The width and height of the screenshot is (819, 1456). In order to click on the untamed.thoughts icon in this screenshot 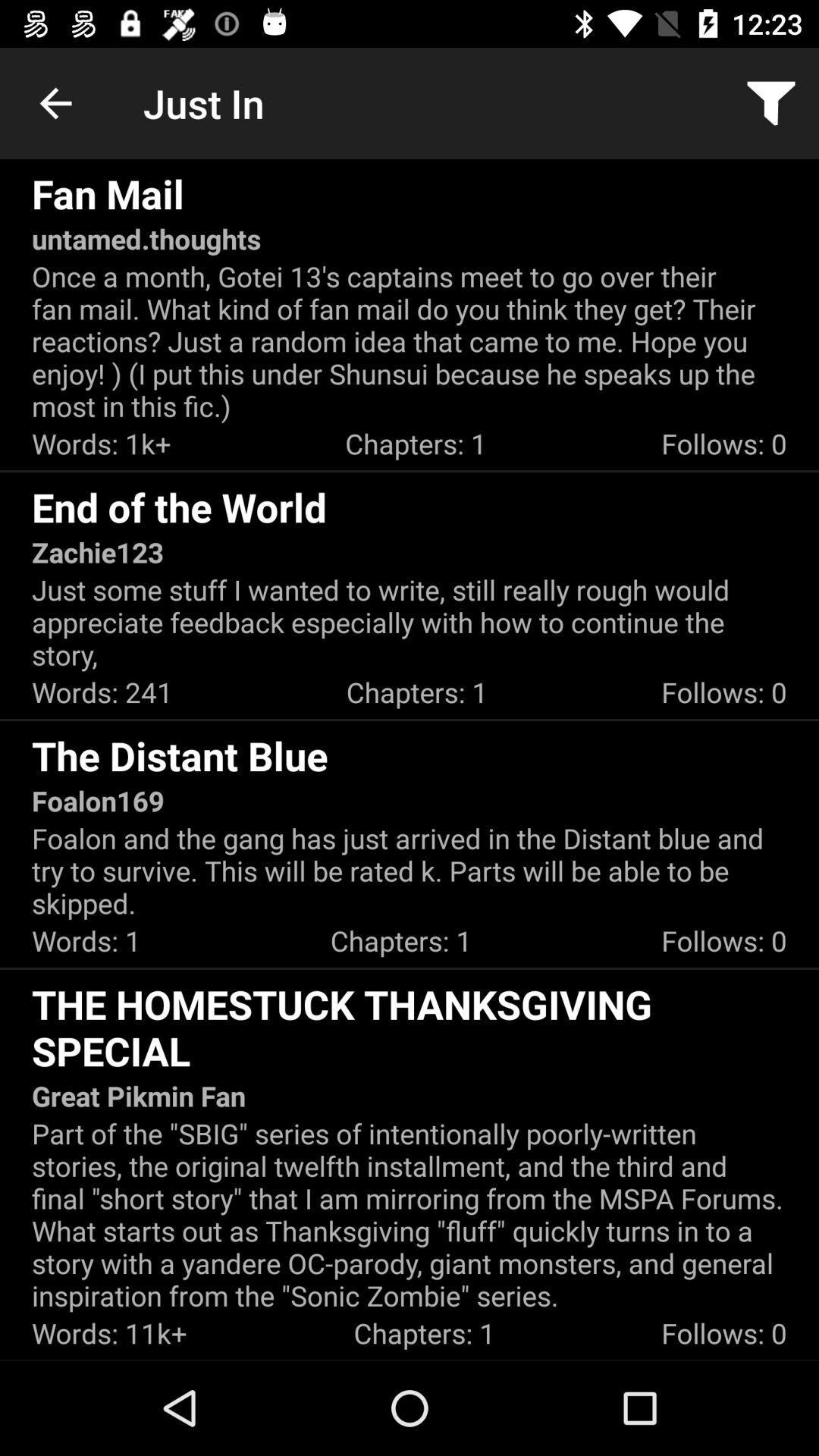, I will do `click(146, 238)`.